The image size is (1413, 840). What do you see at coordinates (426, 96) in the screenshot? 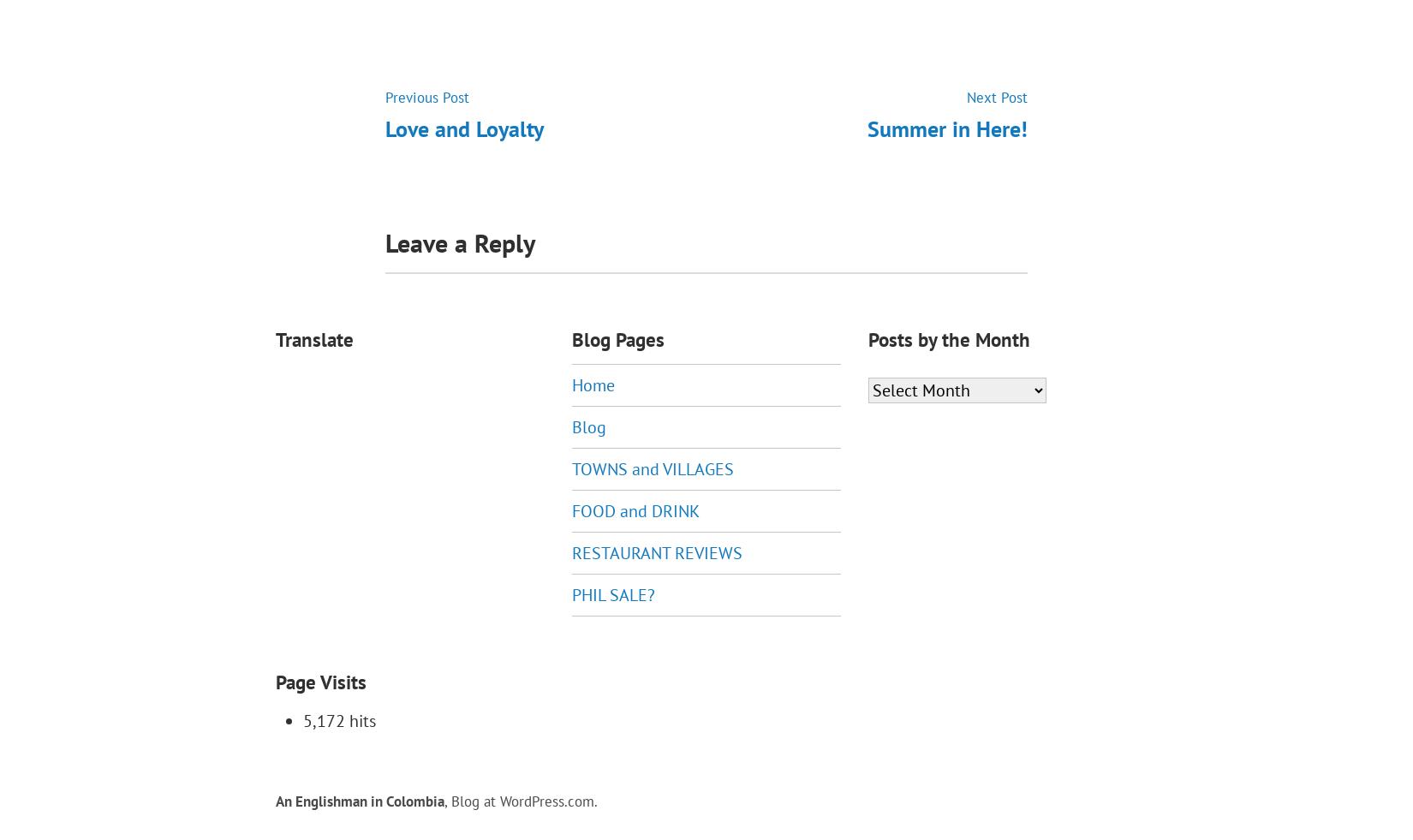
I see `'Previous Post'` at bounding box center [426, 96].